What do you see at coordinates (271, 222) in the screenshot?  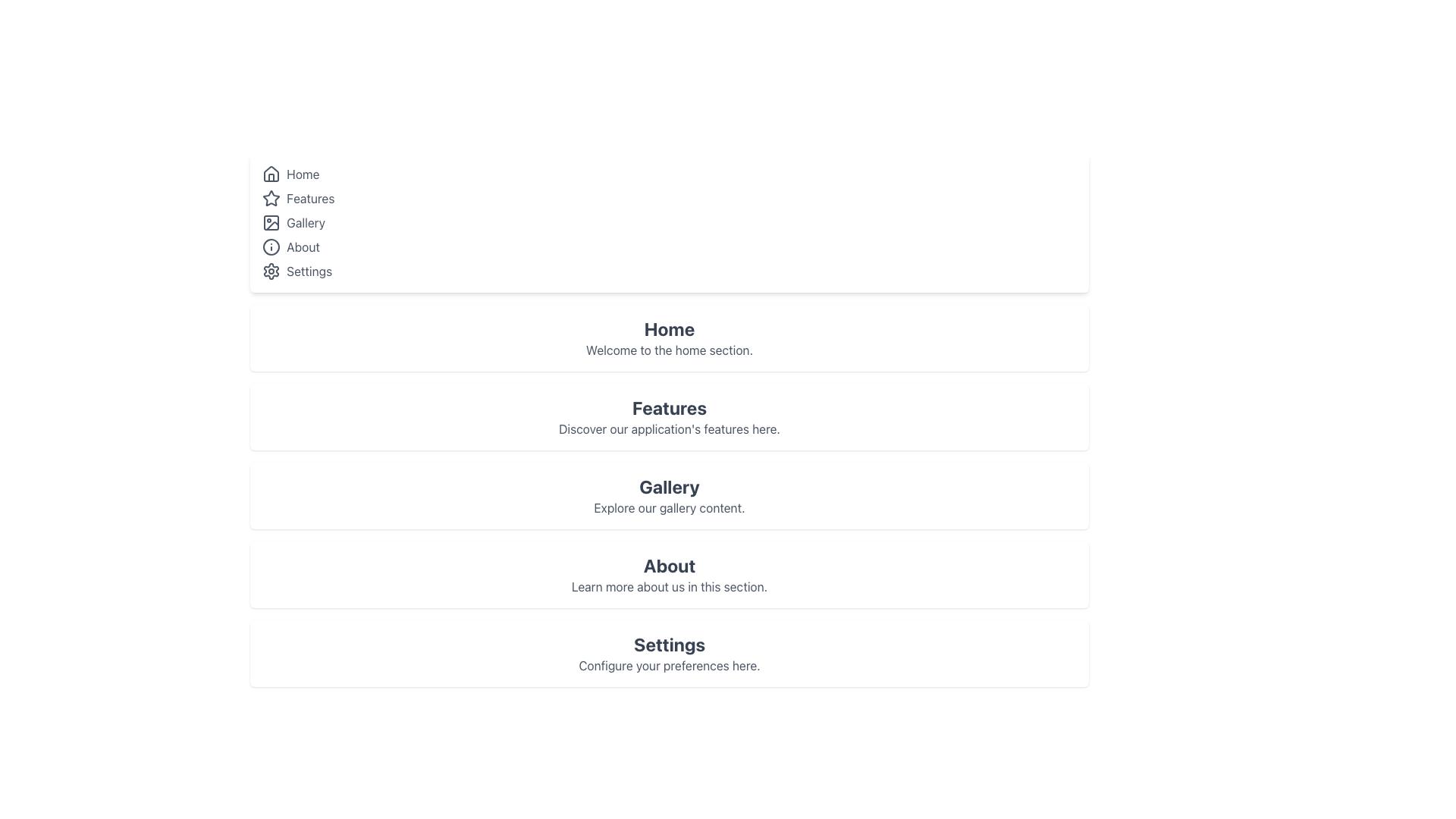 I see `the gray rectangular shape with rounded corners that serves as the background of the 'Gallery' icon in the navigation list` at bounding box center [271, 222].